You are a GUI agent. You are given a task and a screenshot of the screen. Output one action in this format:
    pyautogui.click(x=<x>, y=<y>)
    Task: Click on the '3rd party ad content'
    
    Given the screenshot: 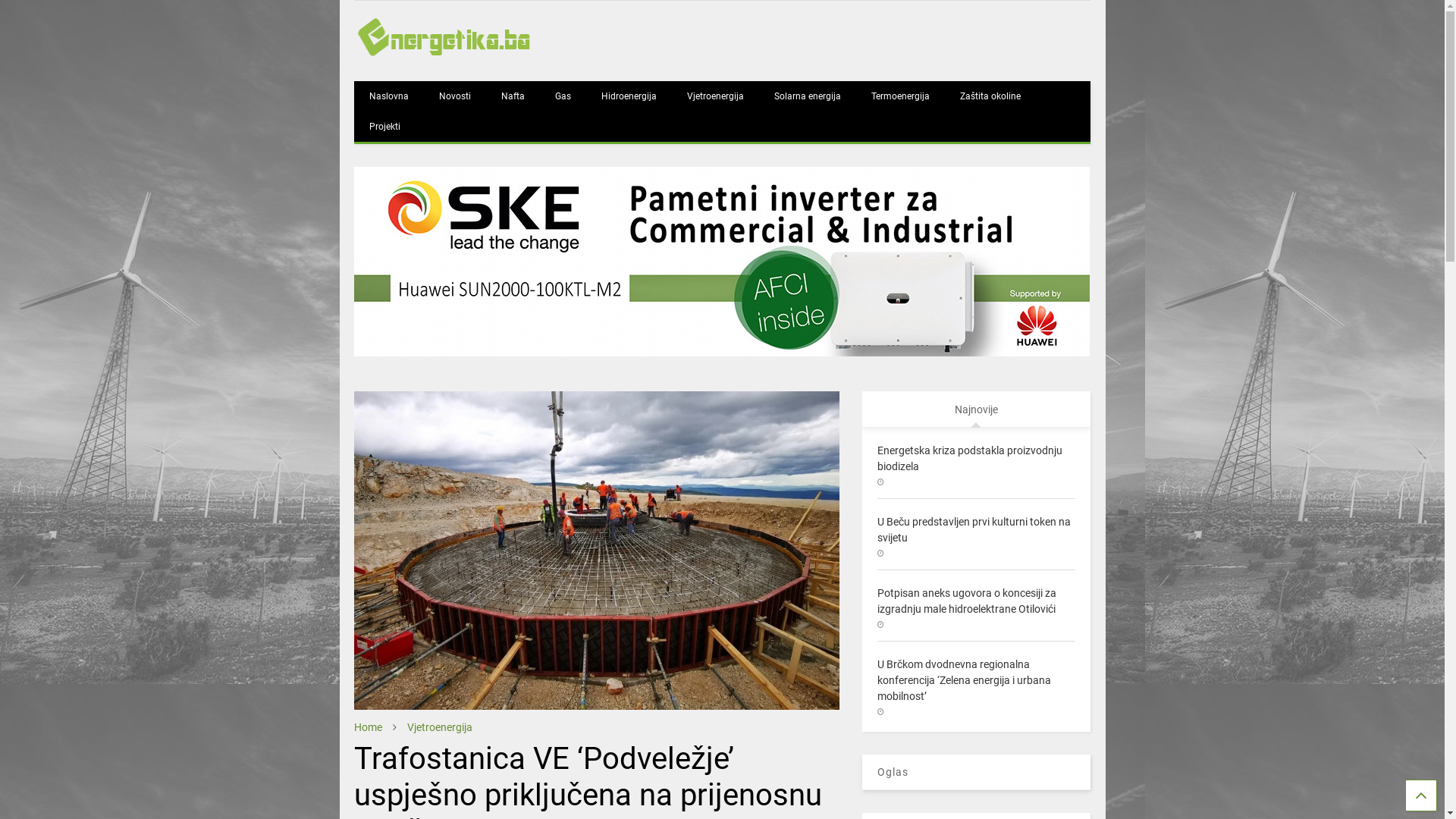 What is the action you would take?
    pyautogui.click(x=720, y=260)
    